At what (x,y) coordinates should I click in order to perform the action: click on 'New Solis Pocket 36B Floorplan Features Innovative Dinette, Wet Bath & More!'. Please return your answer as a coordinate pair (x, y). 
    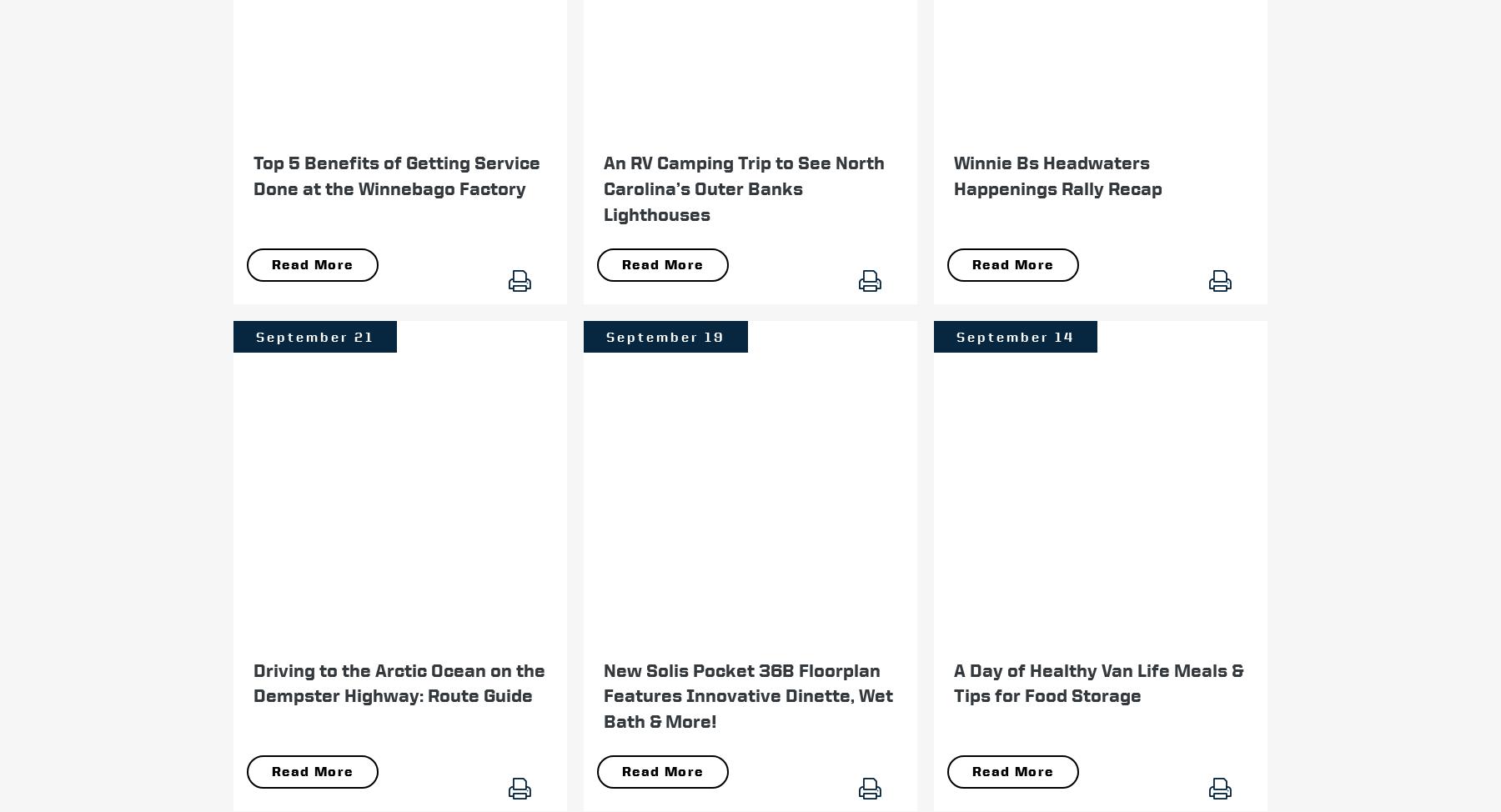
    Looking at the image, I should click on (748, 695).